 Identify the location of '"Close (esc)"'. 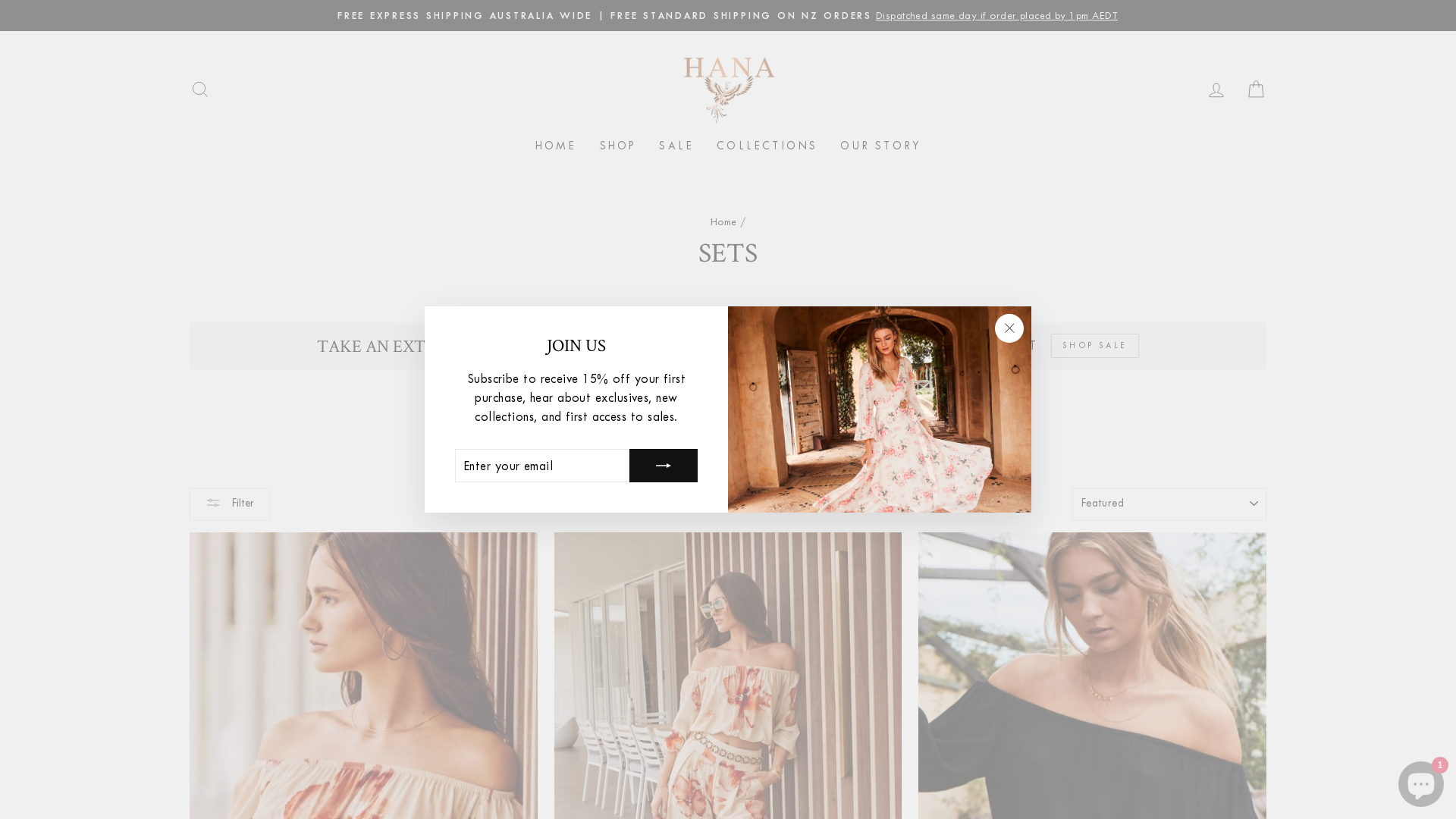
(1009, 327).